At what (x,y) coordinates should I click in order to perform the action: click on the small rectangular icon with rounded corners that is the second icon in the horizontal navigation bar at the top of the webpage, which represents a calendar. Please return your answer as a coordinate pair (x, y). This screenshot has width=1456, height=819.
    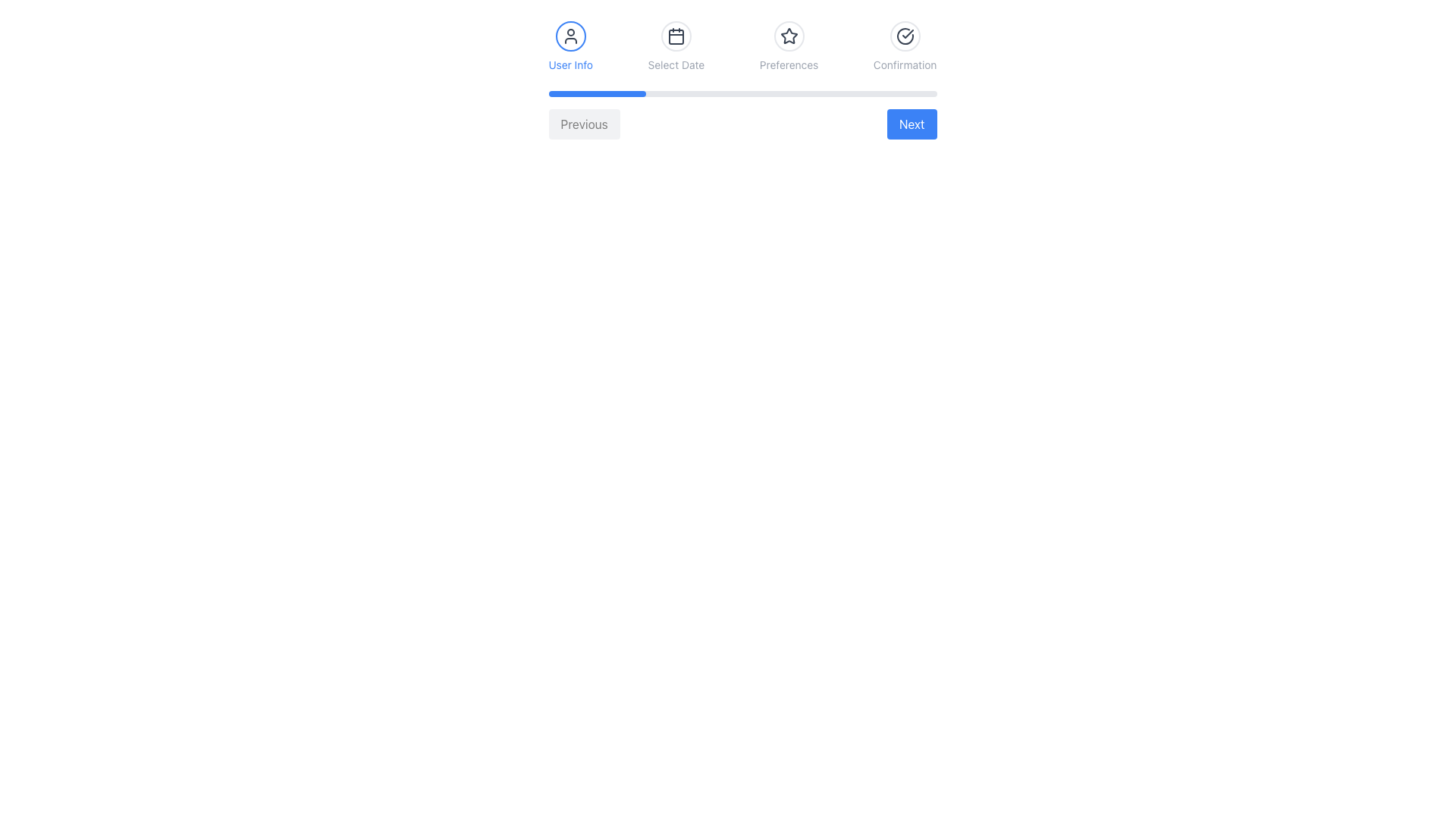
    Looking at the image, I should click on (675, 36).